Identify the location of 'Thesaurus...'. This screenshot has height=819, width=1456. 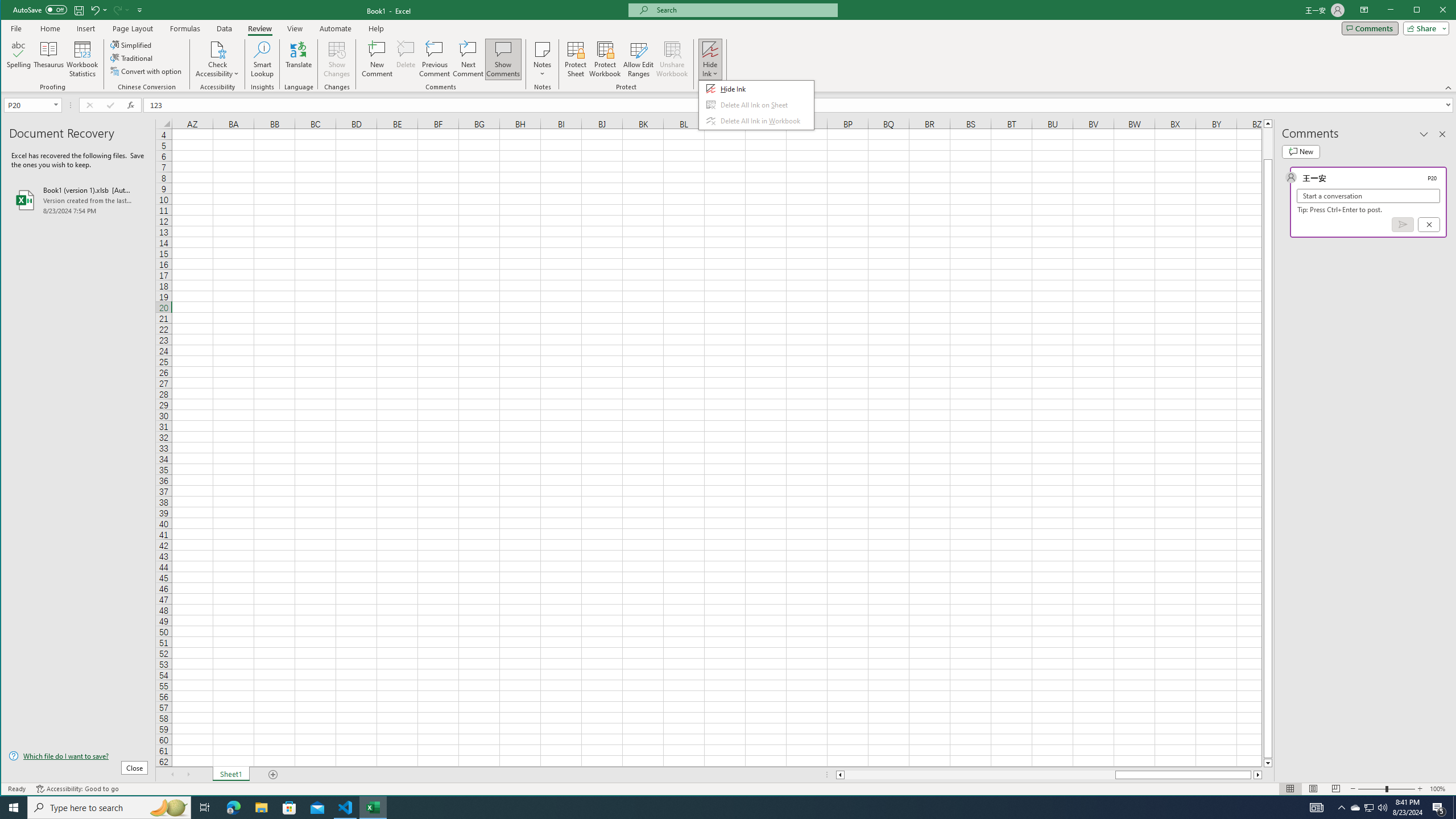
(48, 59).